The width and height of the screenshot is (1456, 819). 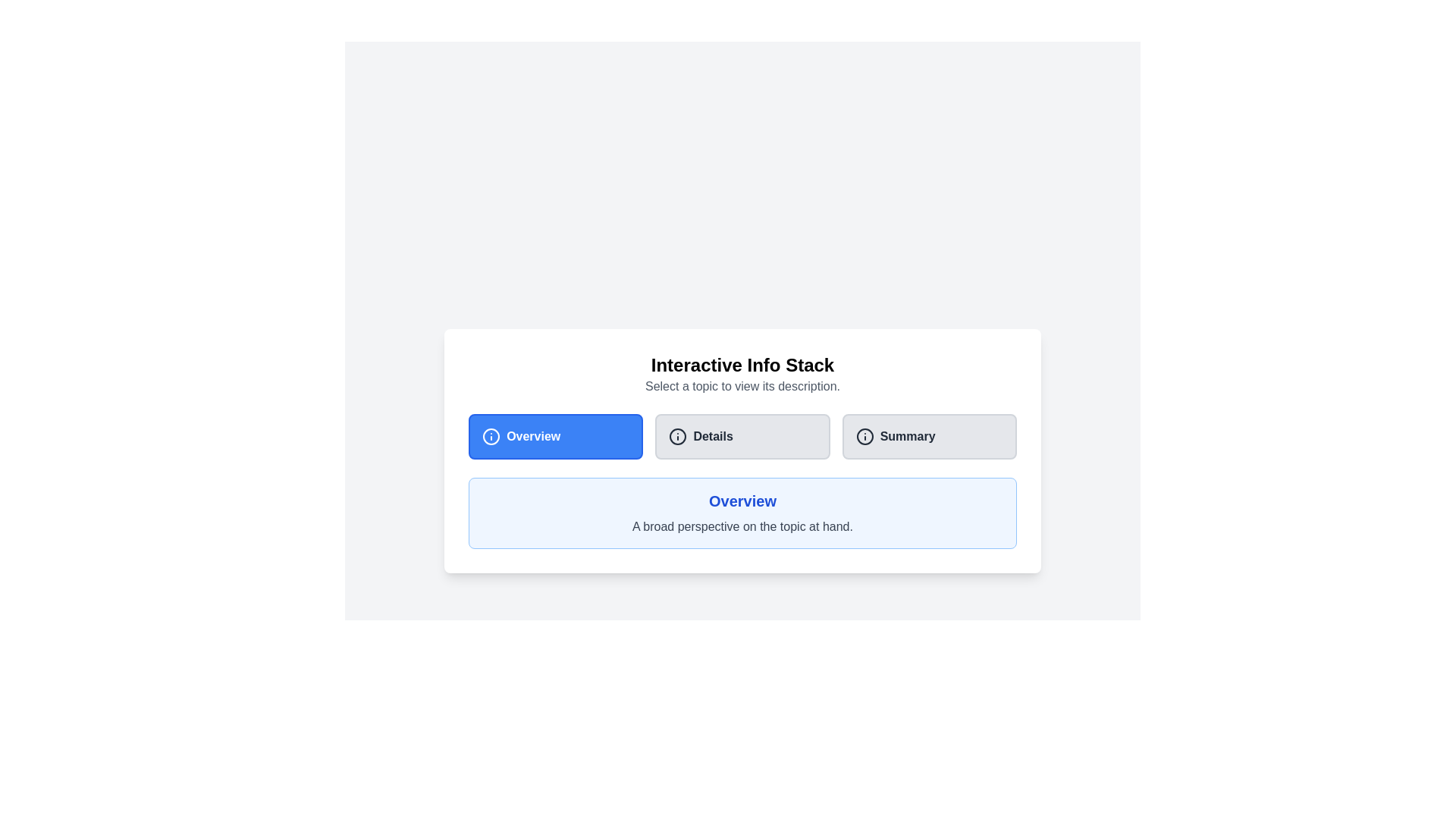 What do you see at coordinates (908, 436) in the screenshot?
I see `the 'Summary' text label, which serves as the title for the section and is the last element in a horizontal layout of buttons within a UI card` at bounding box center [908, 436].